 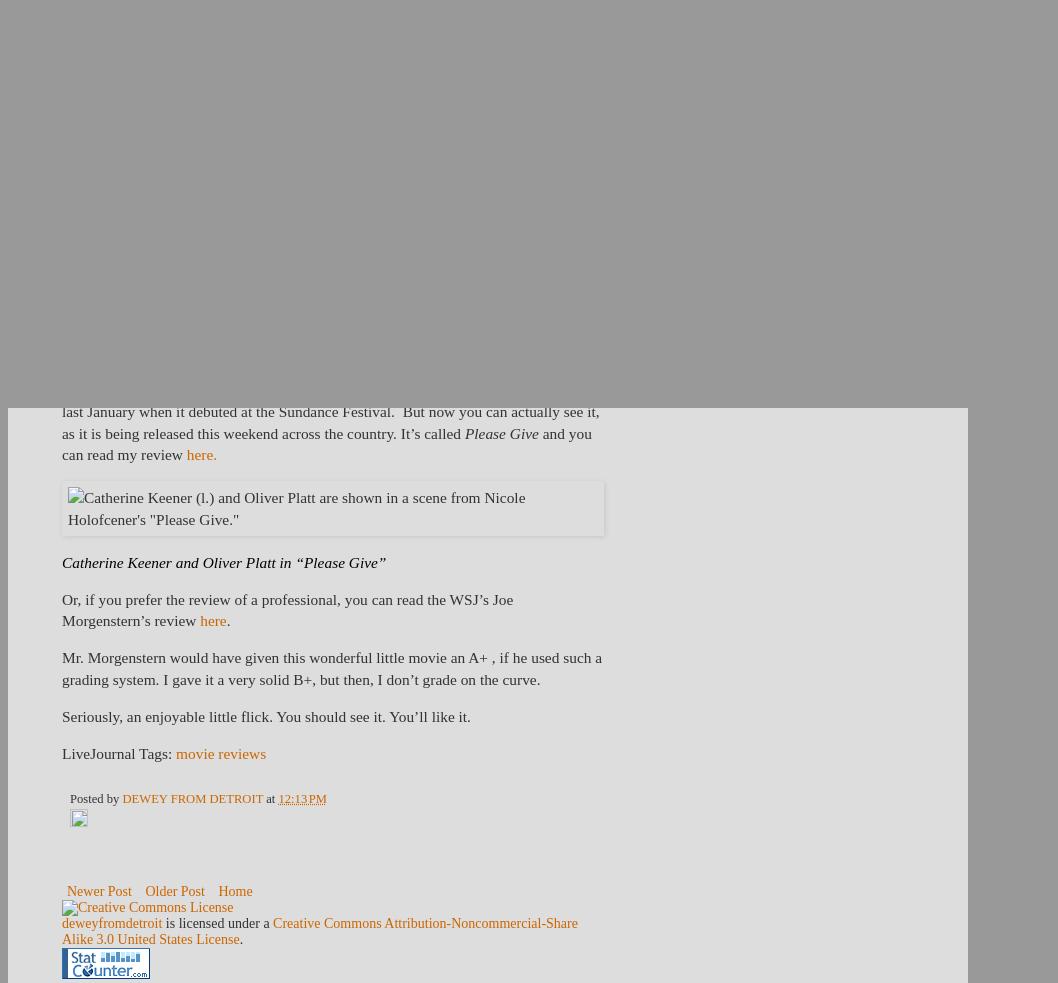 What do you see at coordinates (66, 891) in the screenshot?
I see `'Newer Post'` at bounding box center [66, 891].